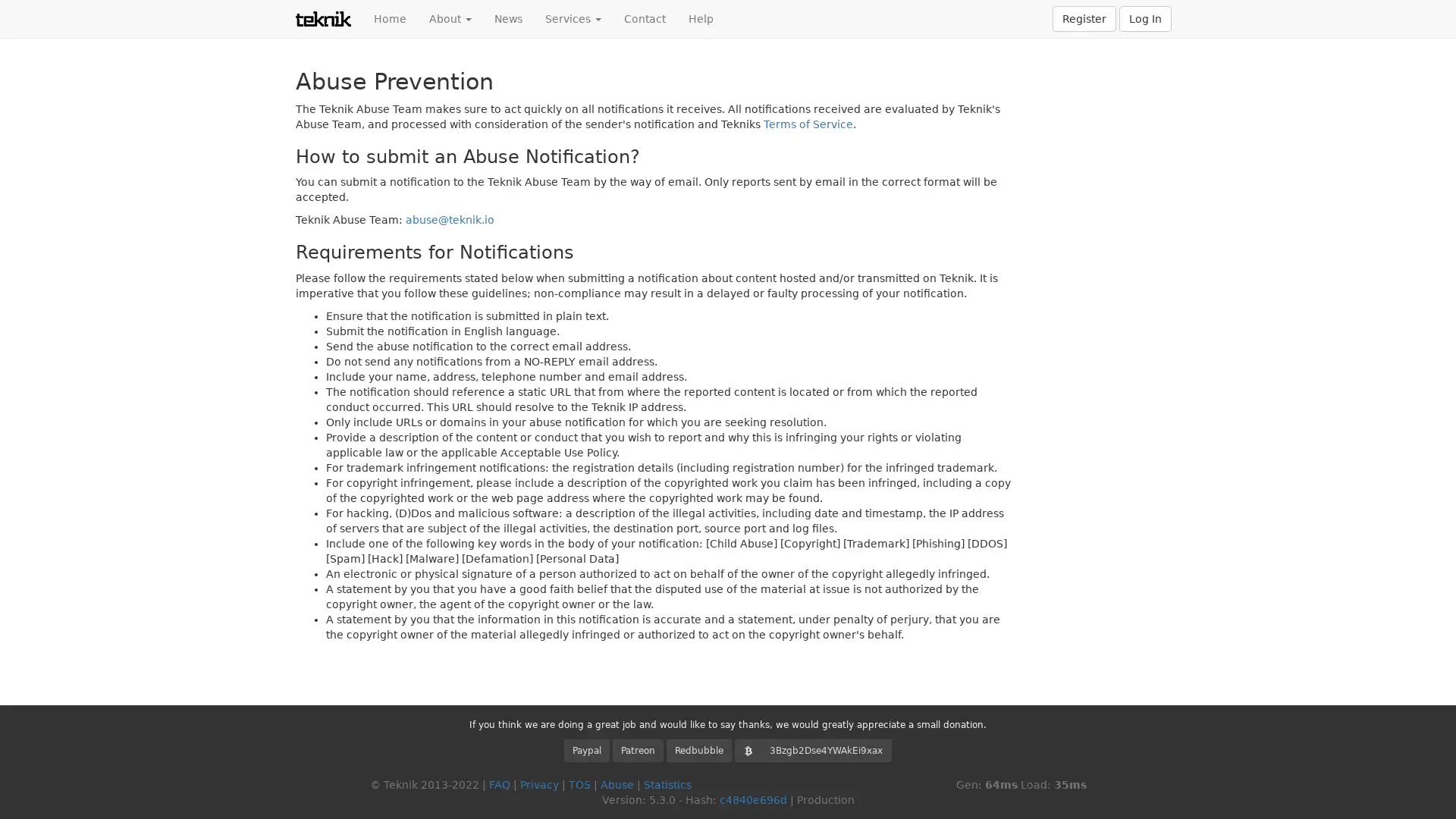 The width and height of the screenshot is (1456, 819). I want to click on Patreon, so click(638, 751).